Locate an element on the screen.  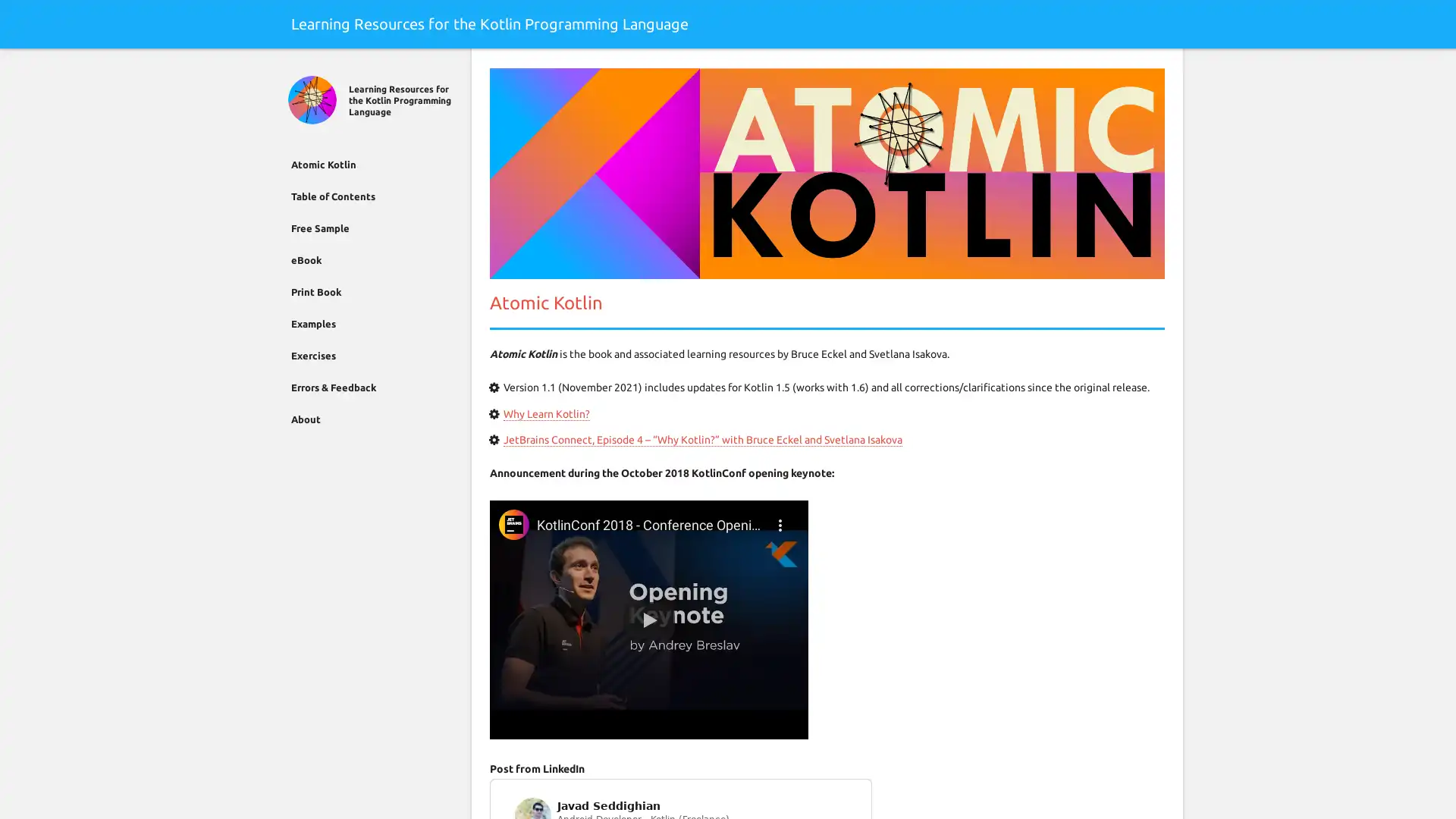
Close is located at coordinates (297, 66).